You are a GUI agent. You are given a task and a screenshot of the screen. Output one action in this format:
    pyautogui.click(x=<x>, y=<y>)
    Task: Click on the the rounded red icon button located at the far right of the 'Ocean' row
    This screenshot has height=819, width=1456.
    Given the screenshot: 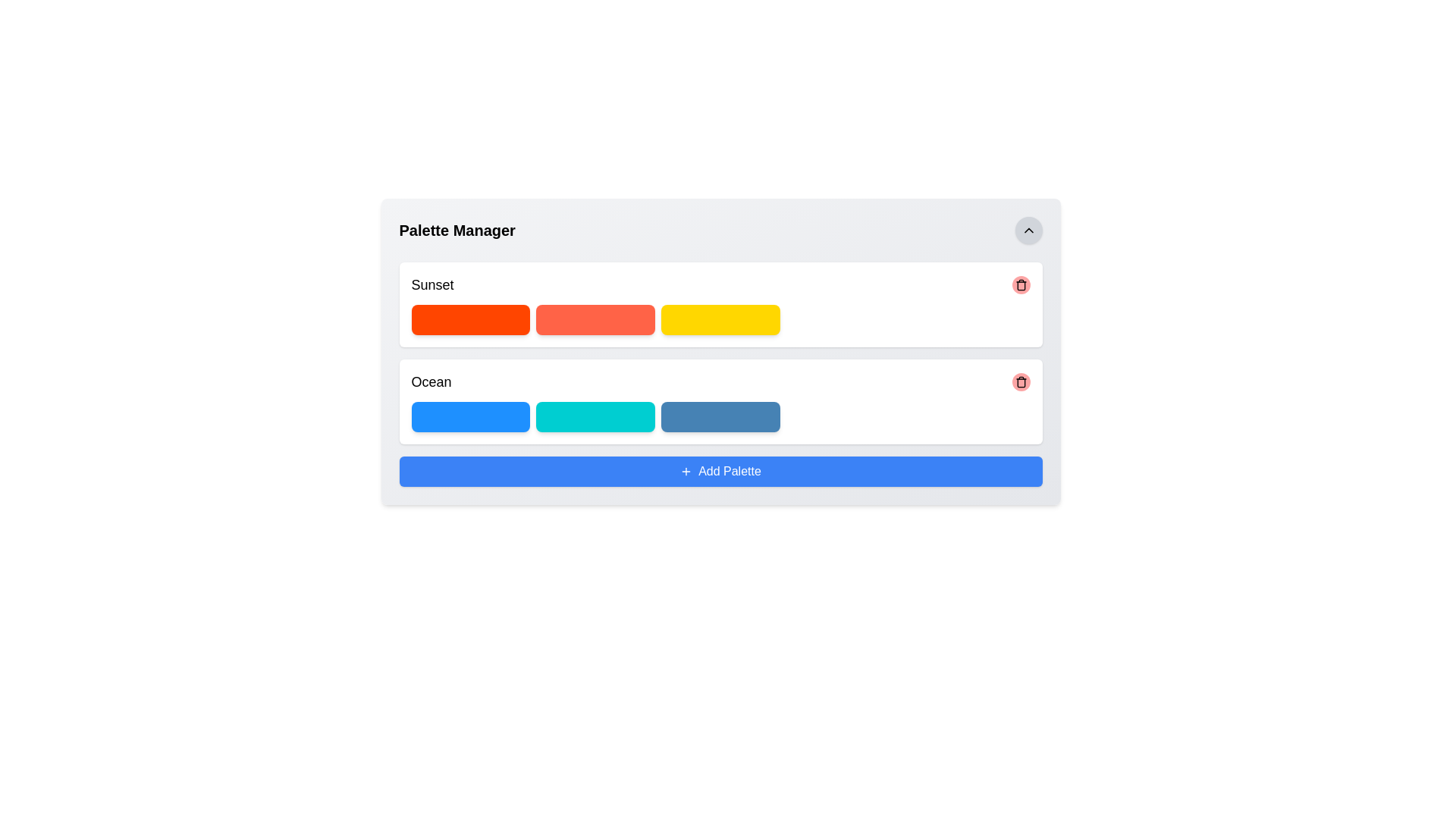 What is the action you would take?
    pyautogui.click(x=1021, y=381)
    